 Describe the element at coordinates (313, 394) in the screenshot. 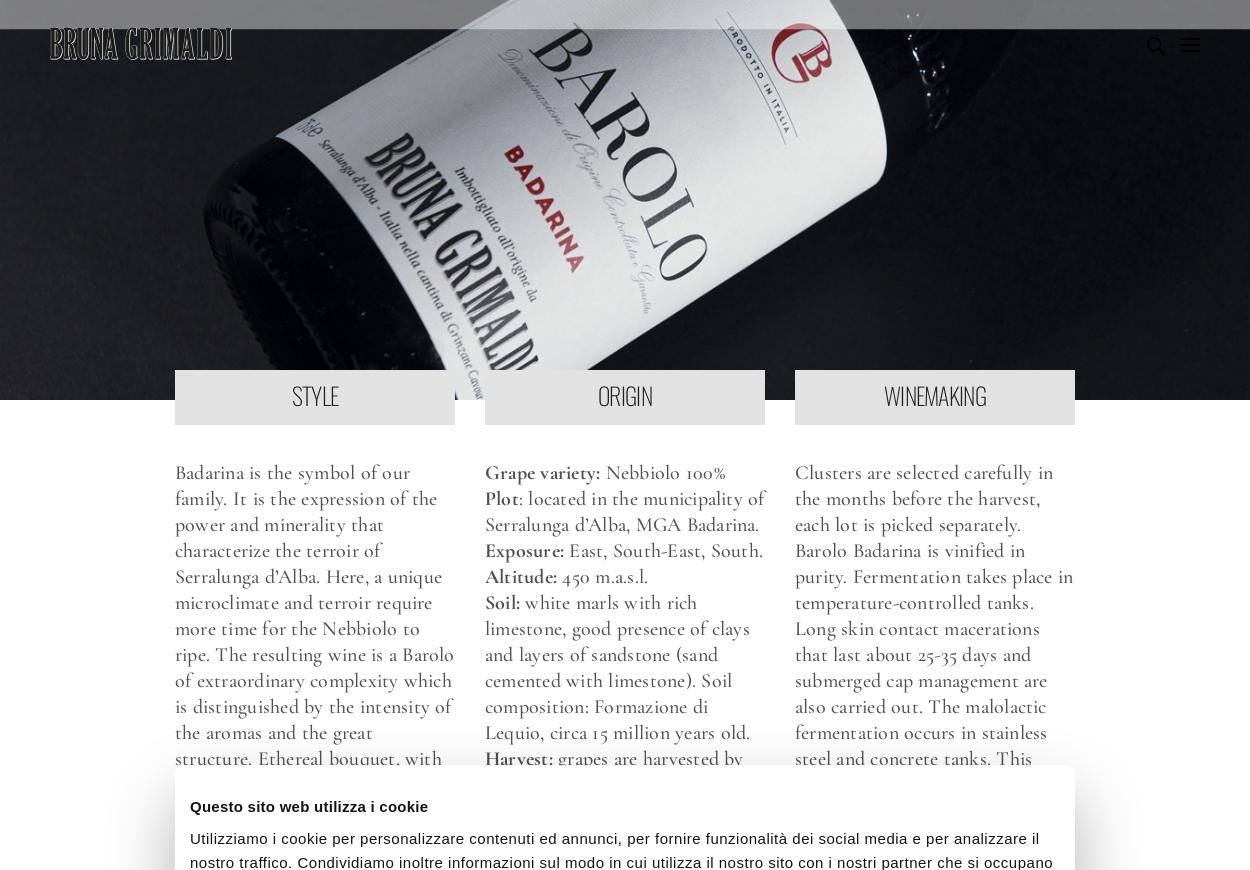

I see `'STYLE'` at that location.